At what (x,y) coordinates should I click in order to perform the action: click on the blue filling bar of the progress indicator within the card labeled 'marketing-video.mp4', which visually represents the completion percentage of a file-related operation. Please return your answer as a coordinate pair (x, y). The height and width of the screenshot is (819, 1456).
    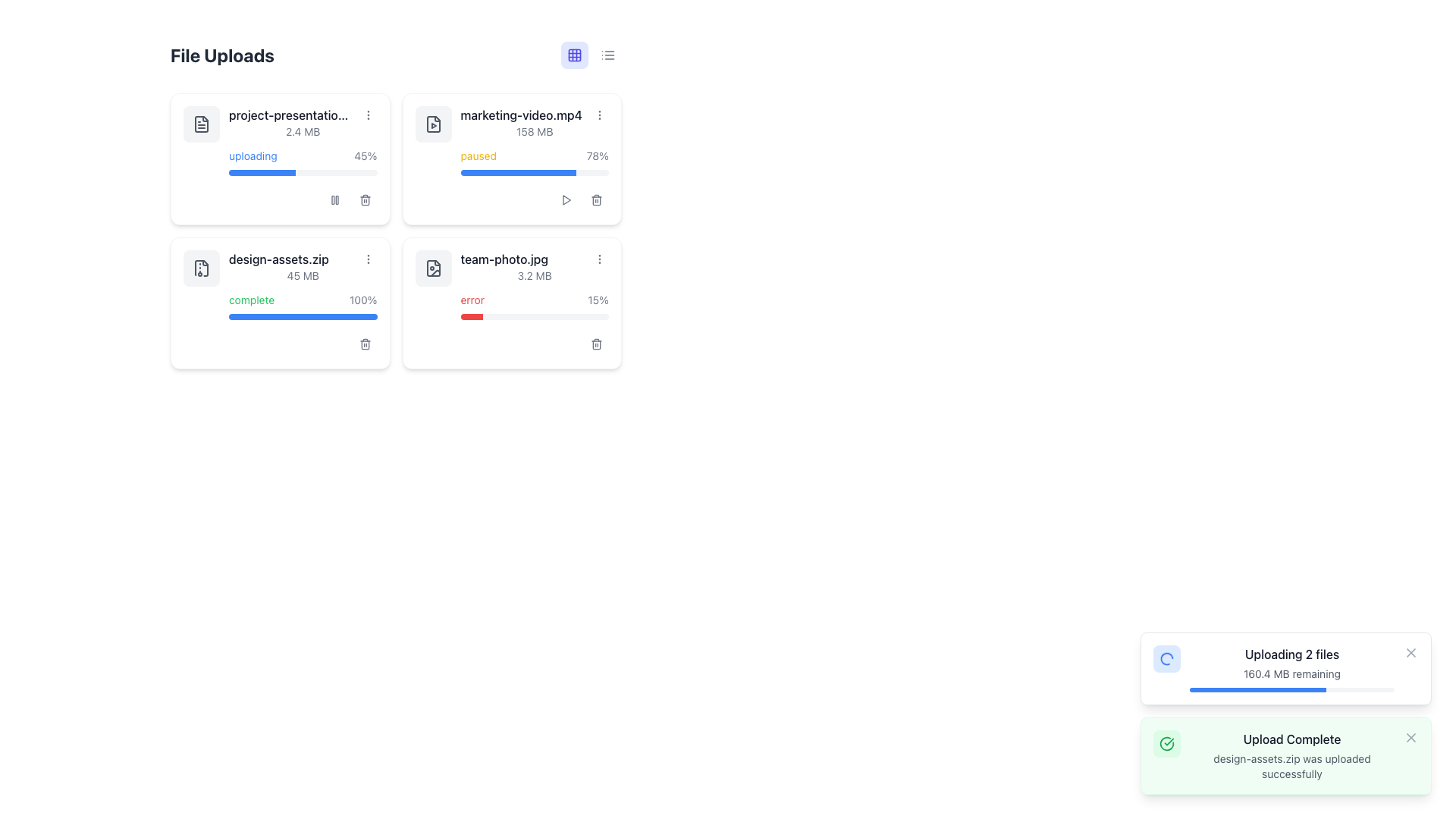
    Looking at the image, I should click on (518, 171).